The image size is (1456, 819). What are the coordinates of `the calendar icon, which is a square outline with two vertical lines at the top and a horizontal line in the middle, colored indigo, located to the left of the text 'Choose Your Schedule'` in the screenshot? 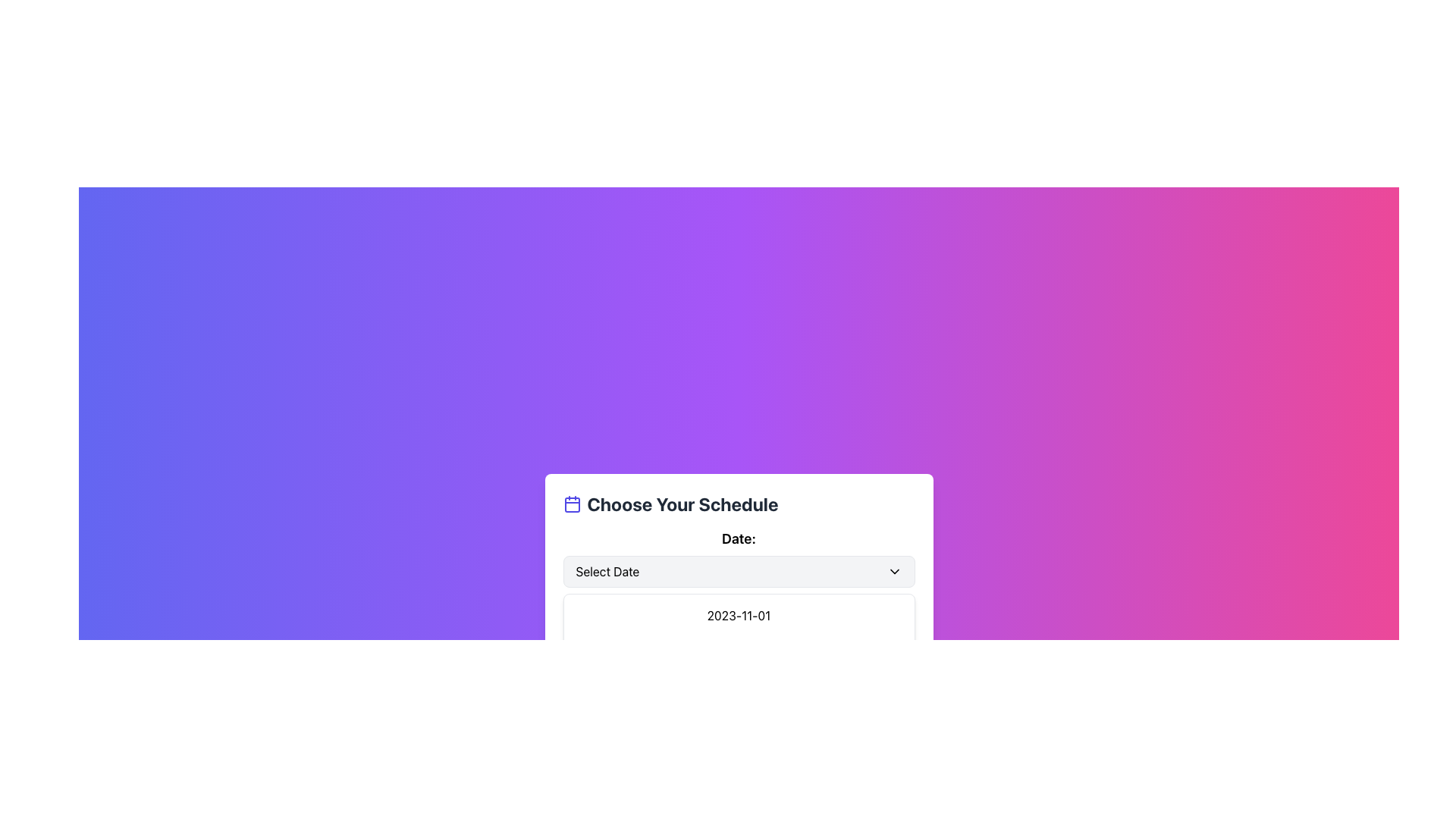 It's located at (571, 504).